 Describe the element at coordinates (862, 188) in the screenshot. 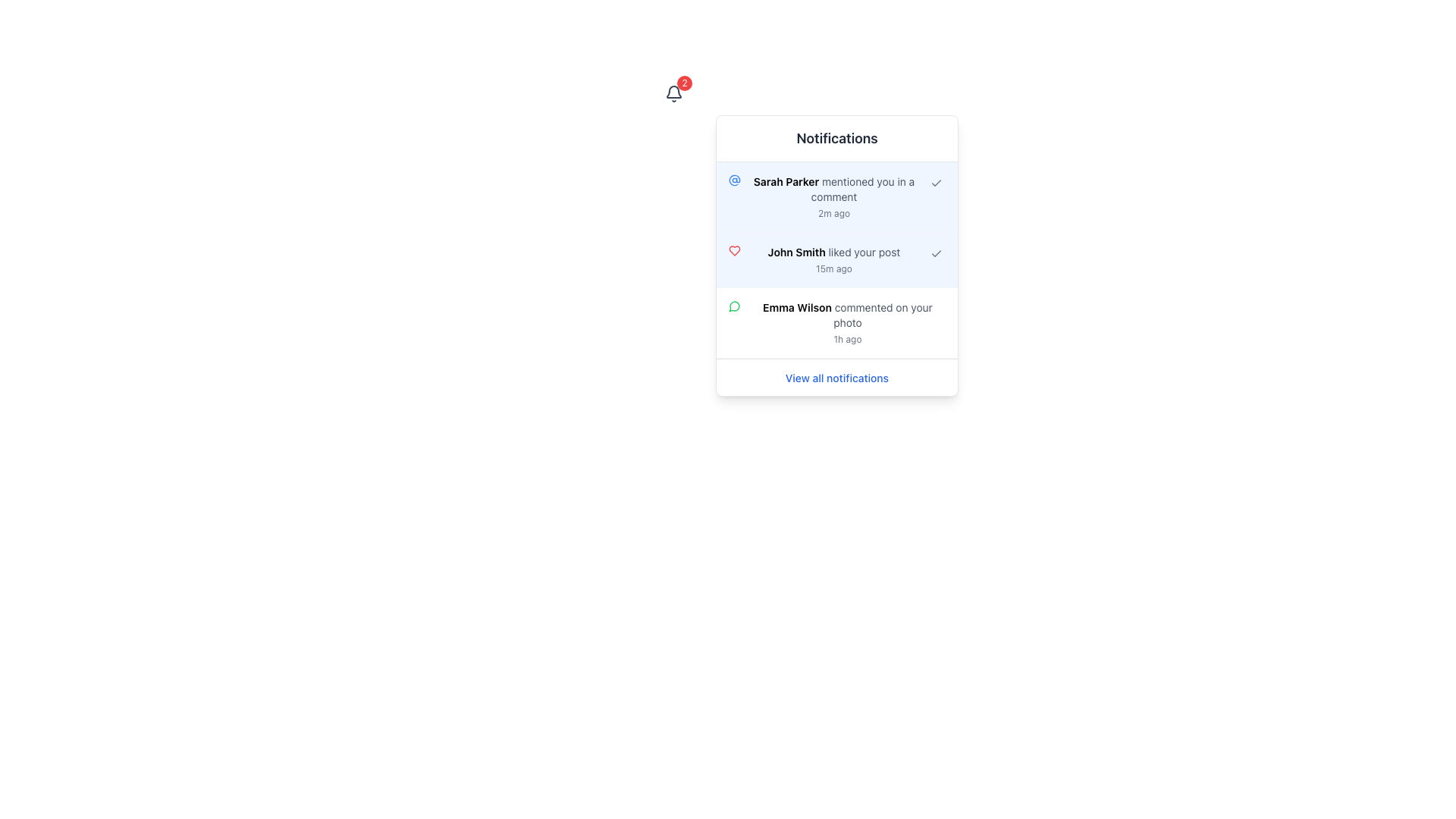

I see `the text label providing context about 'Sarah Parker's' action in the notification section for additional options` at that location.